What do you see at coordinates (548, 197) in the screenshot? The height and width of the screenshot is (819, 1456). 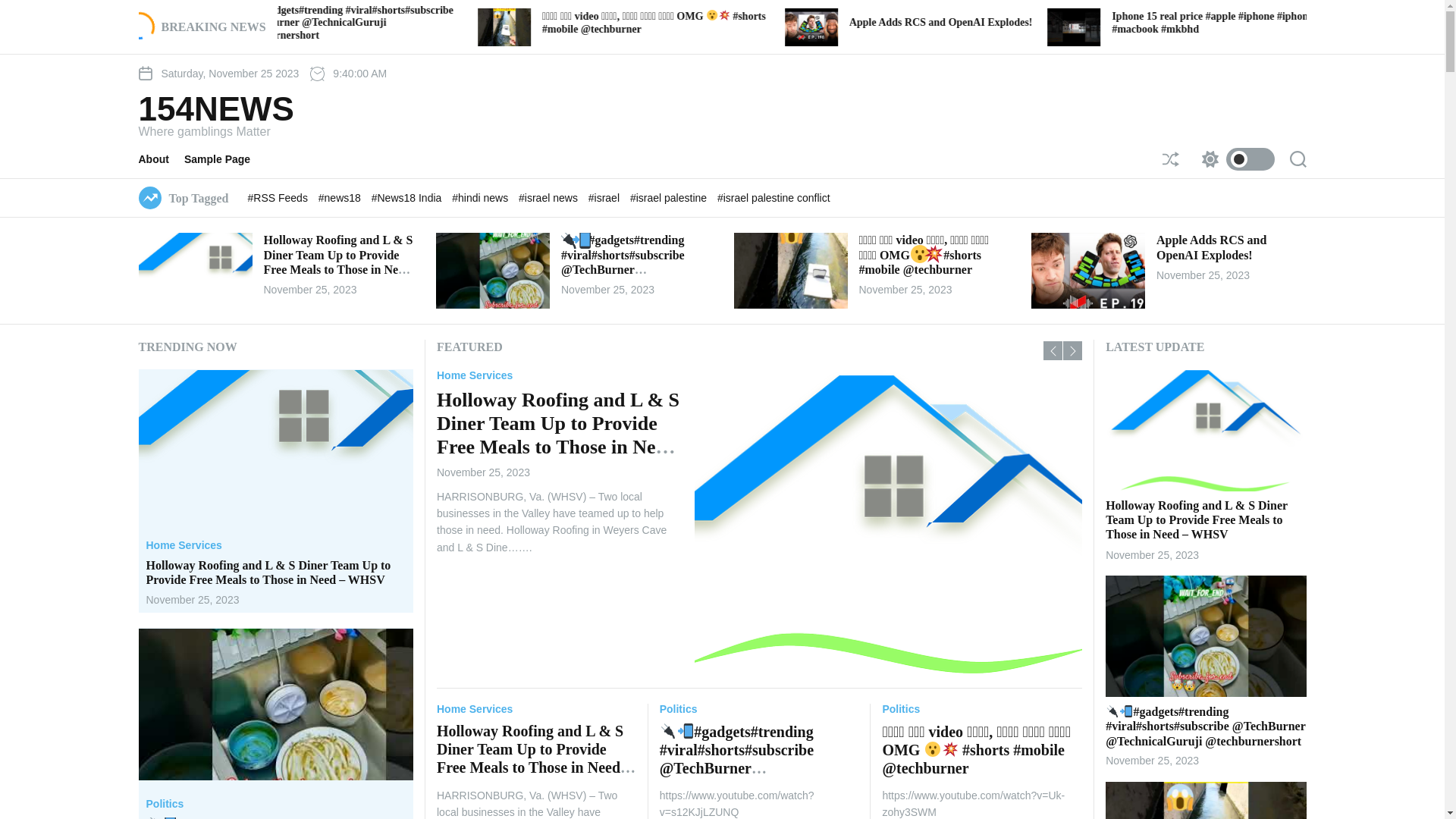 I see `'#israel news'` at bounding box center [548, 197].